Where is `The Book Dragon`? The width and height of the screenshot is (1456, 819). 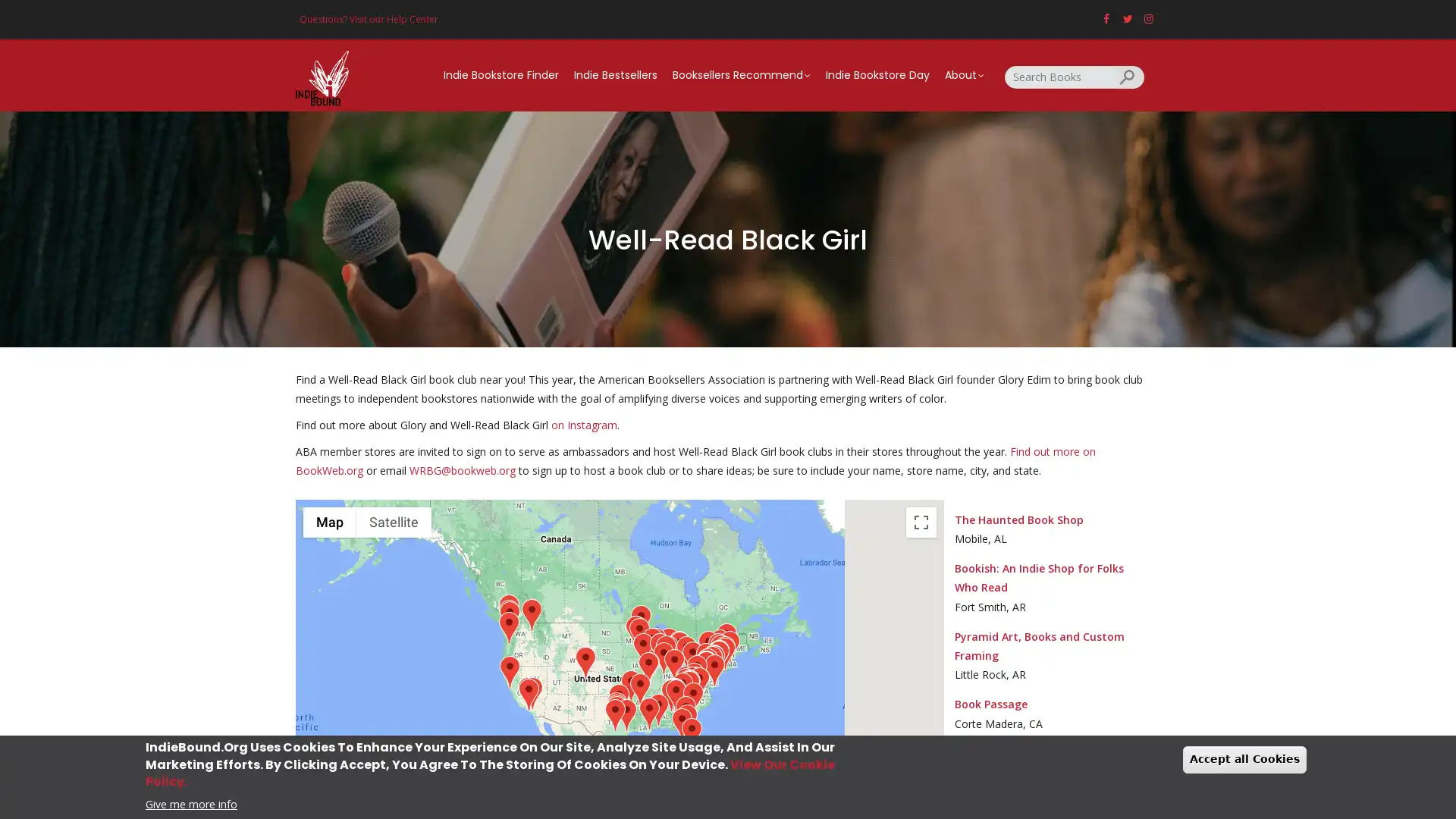 The Book Dragon is located at coordinates (695, 670).